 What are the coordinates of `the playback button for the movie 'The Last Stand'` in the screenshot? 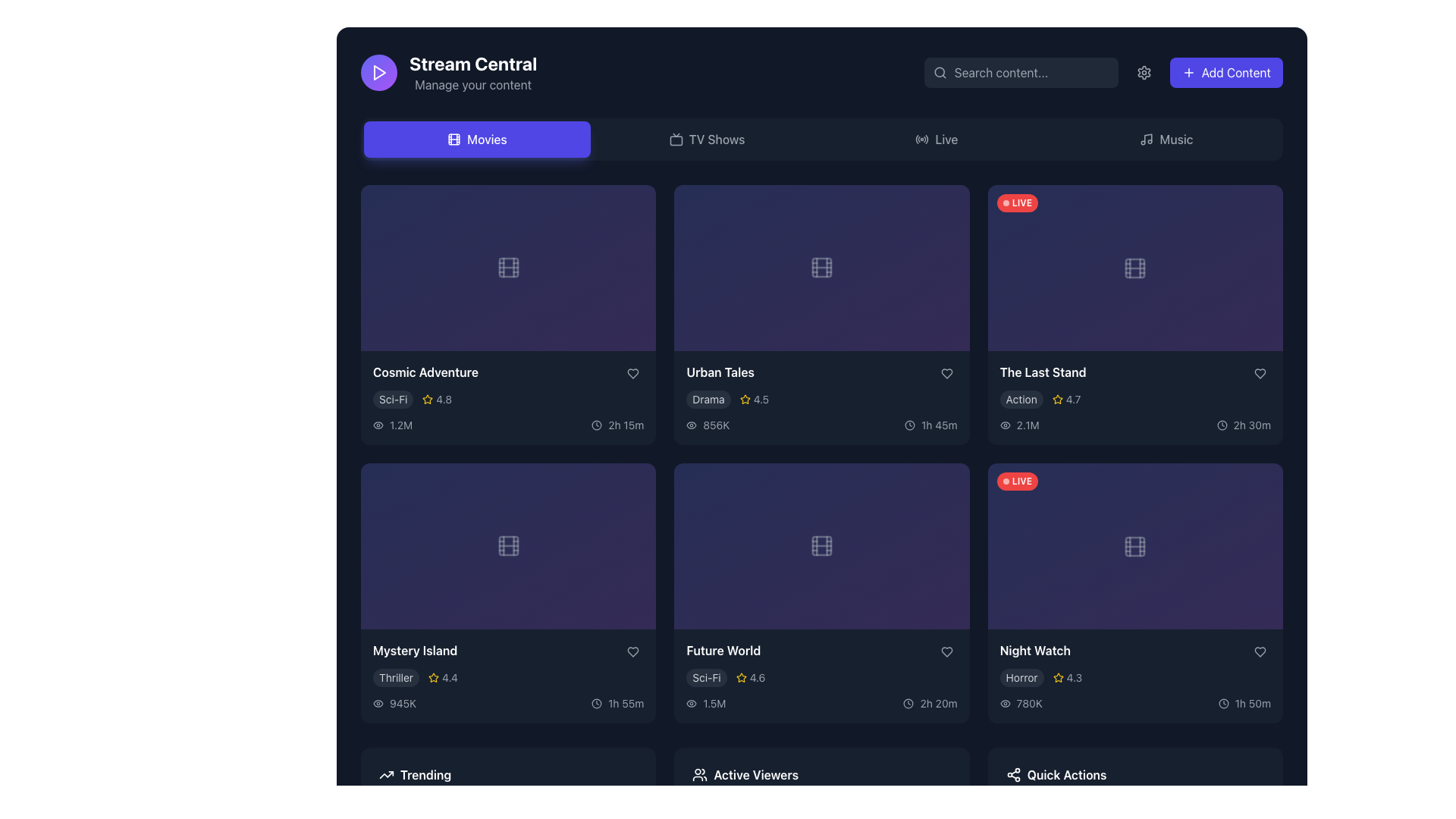 It's located at (1135, 326).